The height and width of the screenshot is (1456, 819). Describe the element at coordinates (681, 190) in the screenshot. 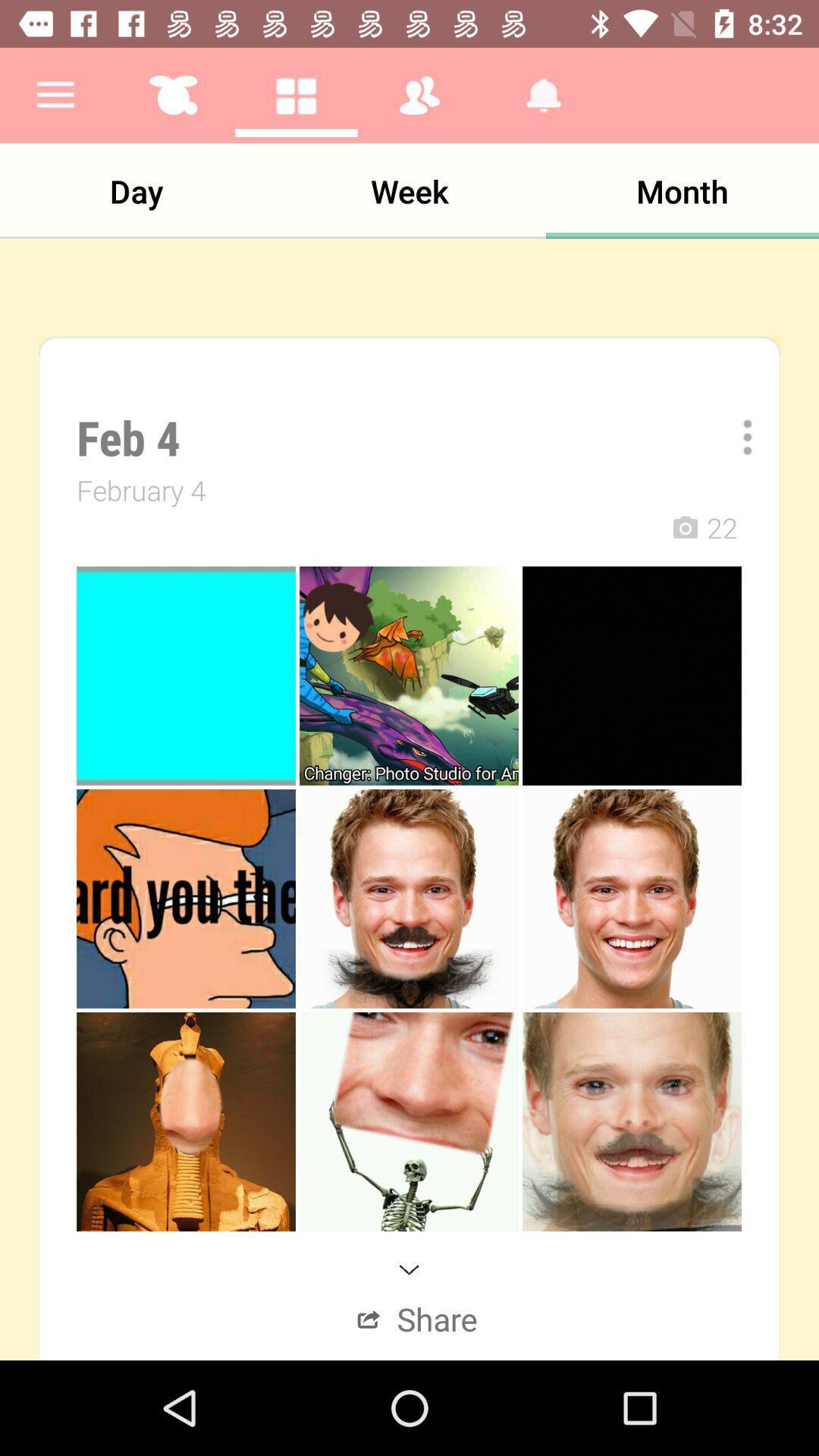

I see `the app to the right of the week item` at that location.